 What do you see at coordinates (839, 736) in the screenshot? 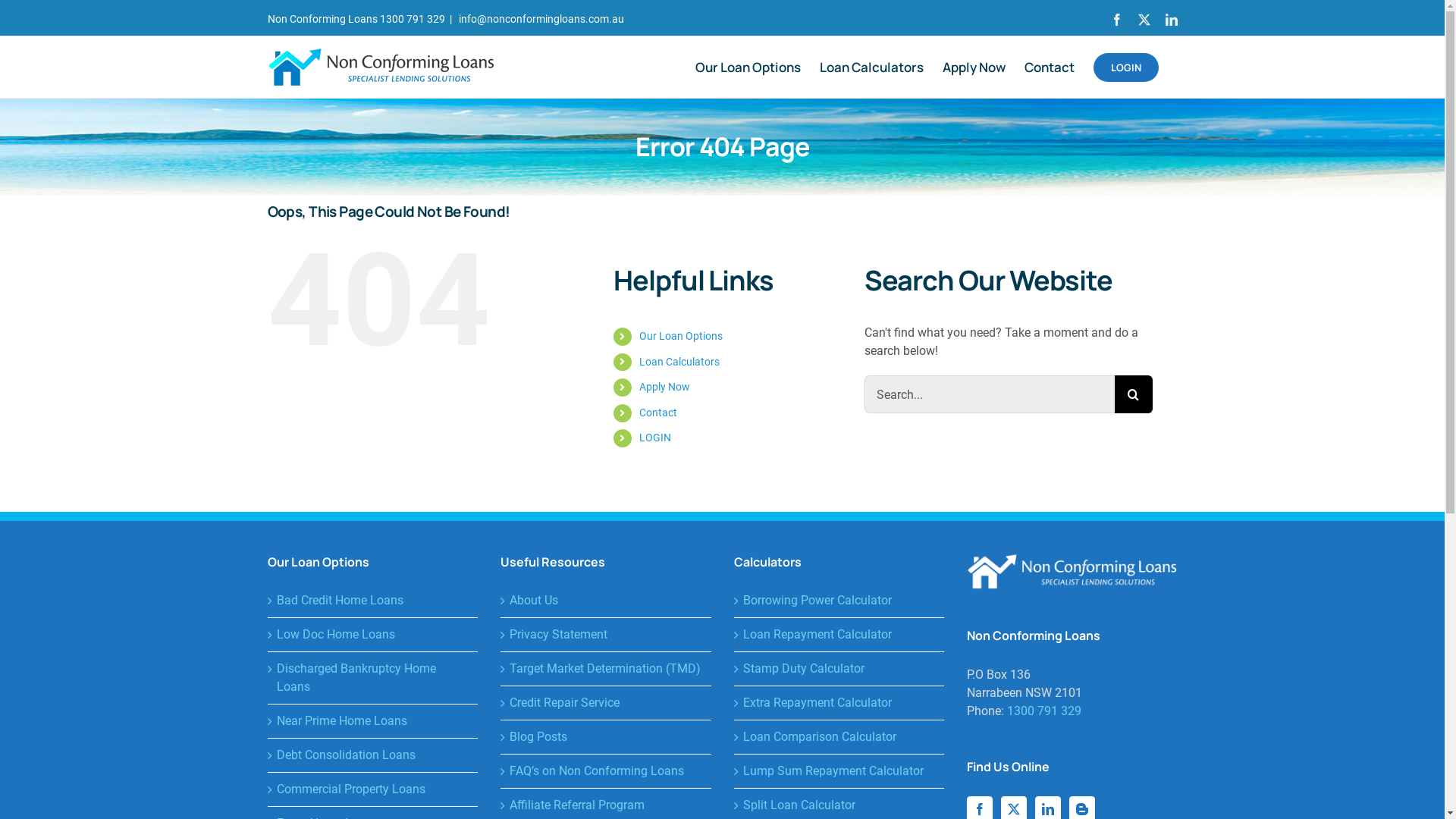
I see `'Loan Comparison Calculator'` at bounding box center [839, 736].